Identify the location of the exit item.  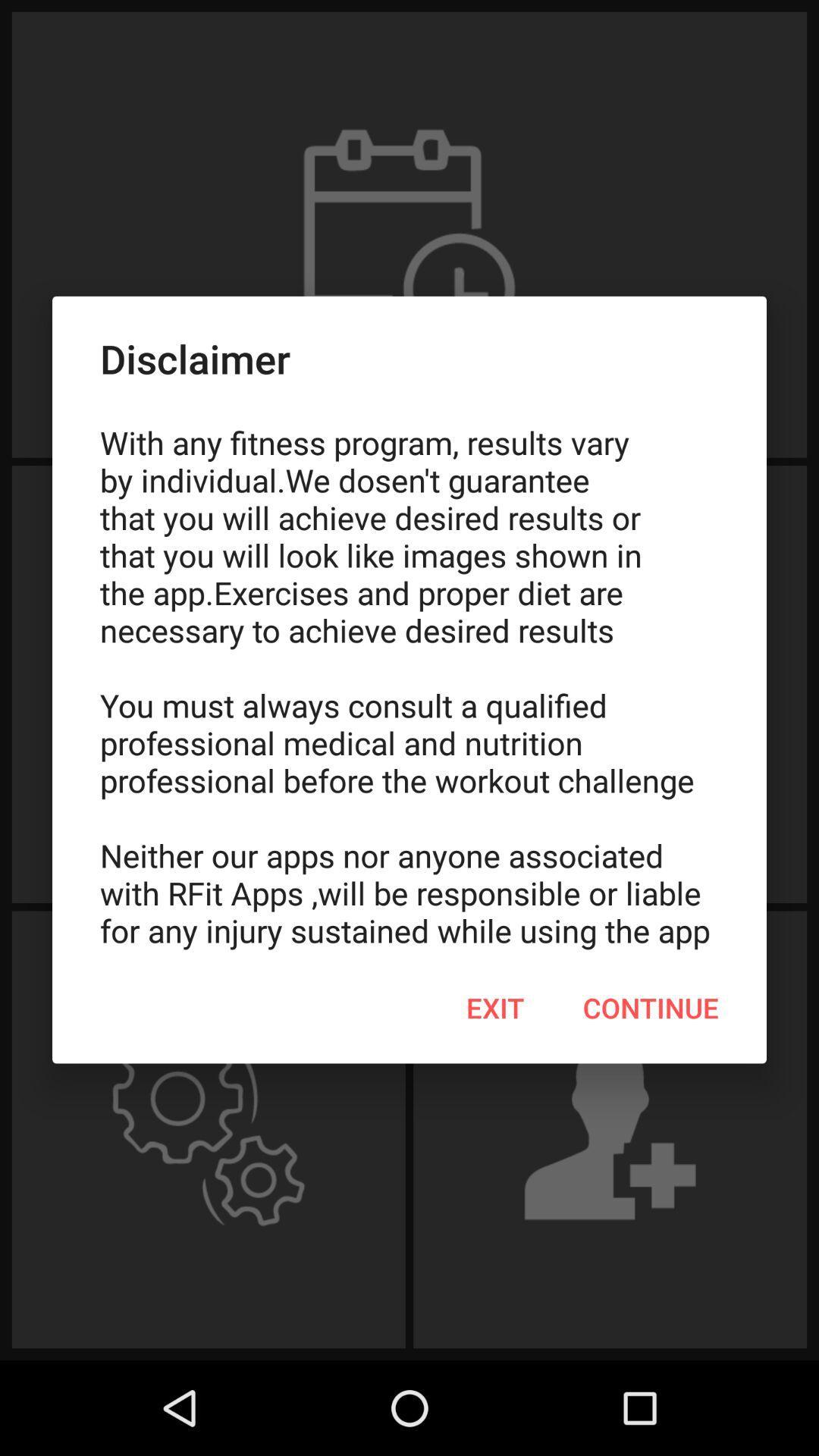
(495, 1008).